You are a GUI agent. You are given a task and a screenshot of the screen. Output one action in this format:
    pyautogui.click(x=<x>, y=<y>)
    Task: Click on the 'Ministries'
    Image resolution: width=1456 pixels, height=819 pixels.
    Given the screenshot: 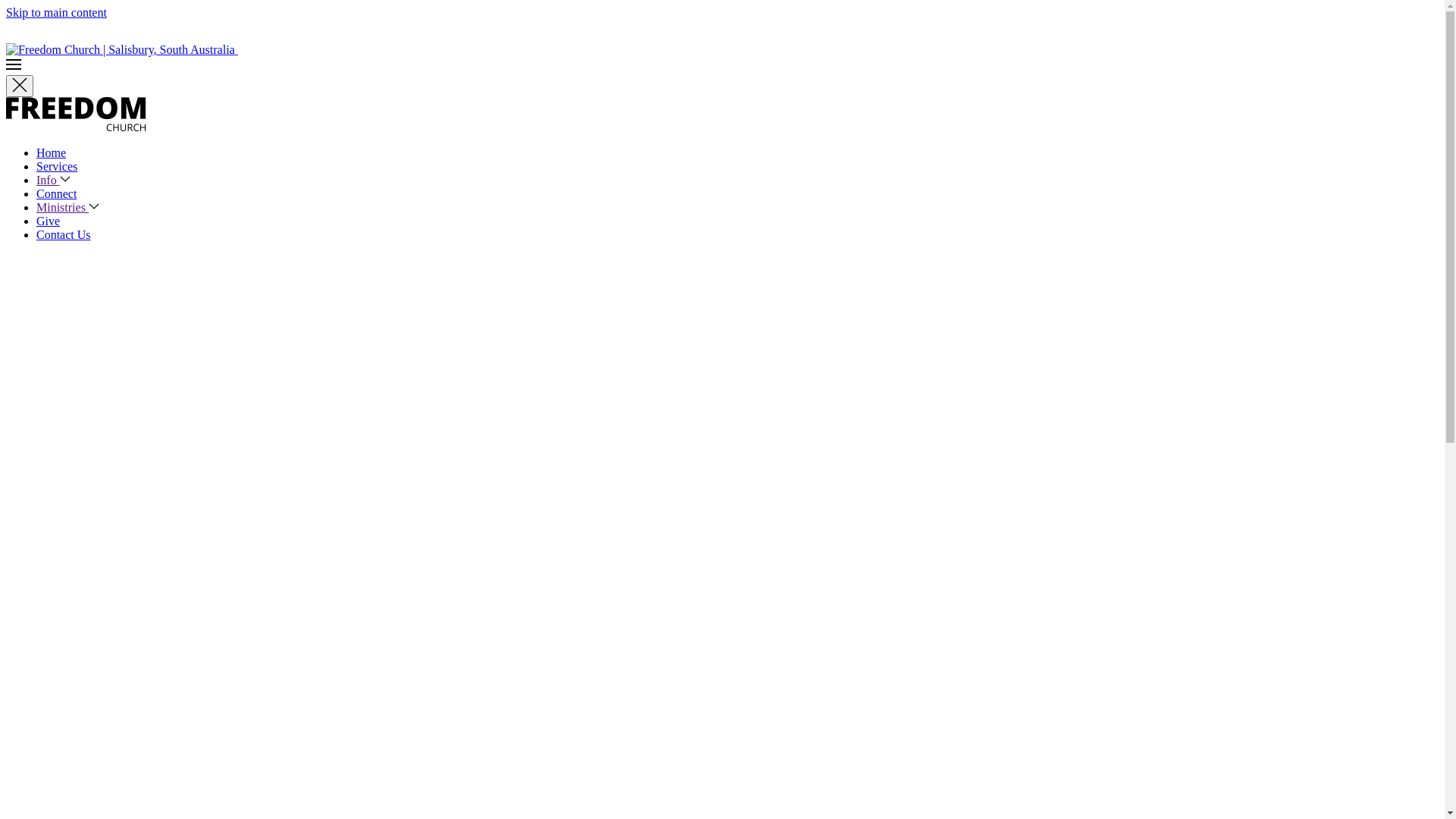 What is the action you would take?
    pyautogui.click(x=67, y=207)
    